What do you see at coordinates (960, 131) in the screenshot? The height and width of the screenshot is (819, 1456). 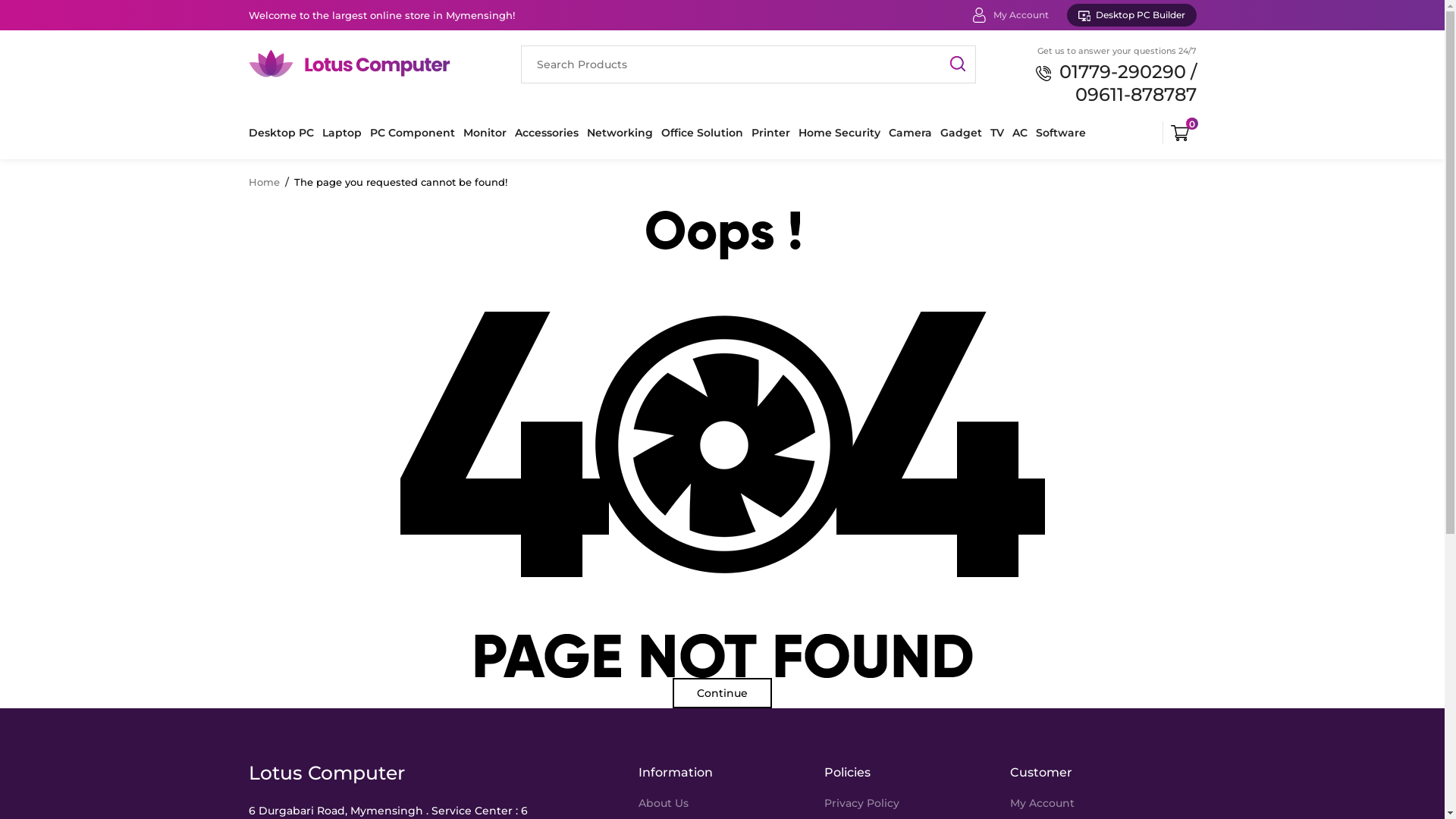 I see `'Gadget'` at bounding box center [960, 131].